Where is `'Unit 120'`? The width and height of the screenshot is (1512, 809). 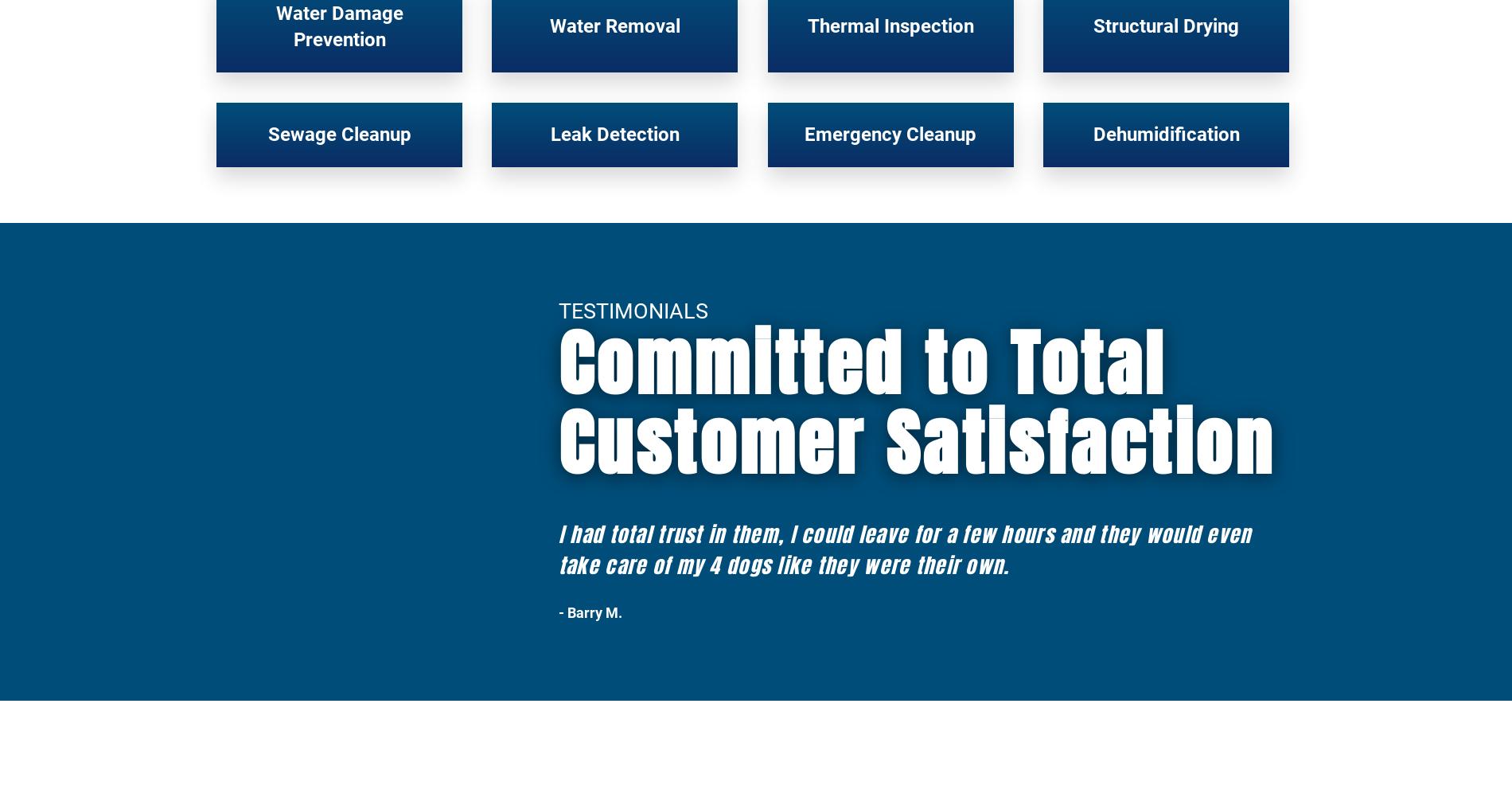 'Unit 120' is located at coordinates (718, 766).